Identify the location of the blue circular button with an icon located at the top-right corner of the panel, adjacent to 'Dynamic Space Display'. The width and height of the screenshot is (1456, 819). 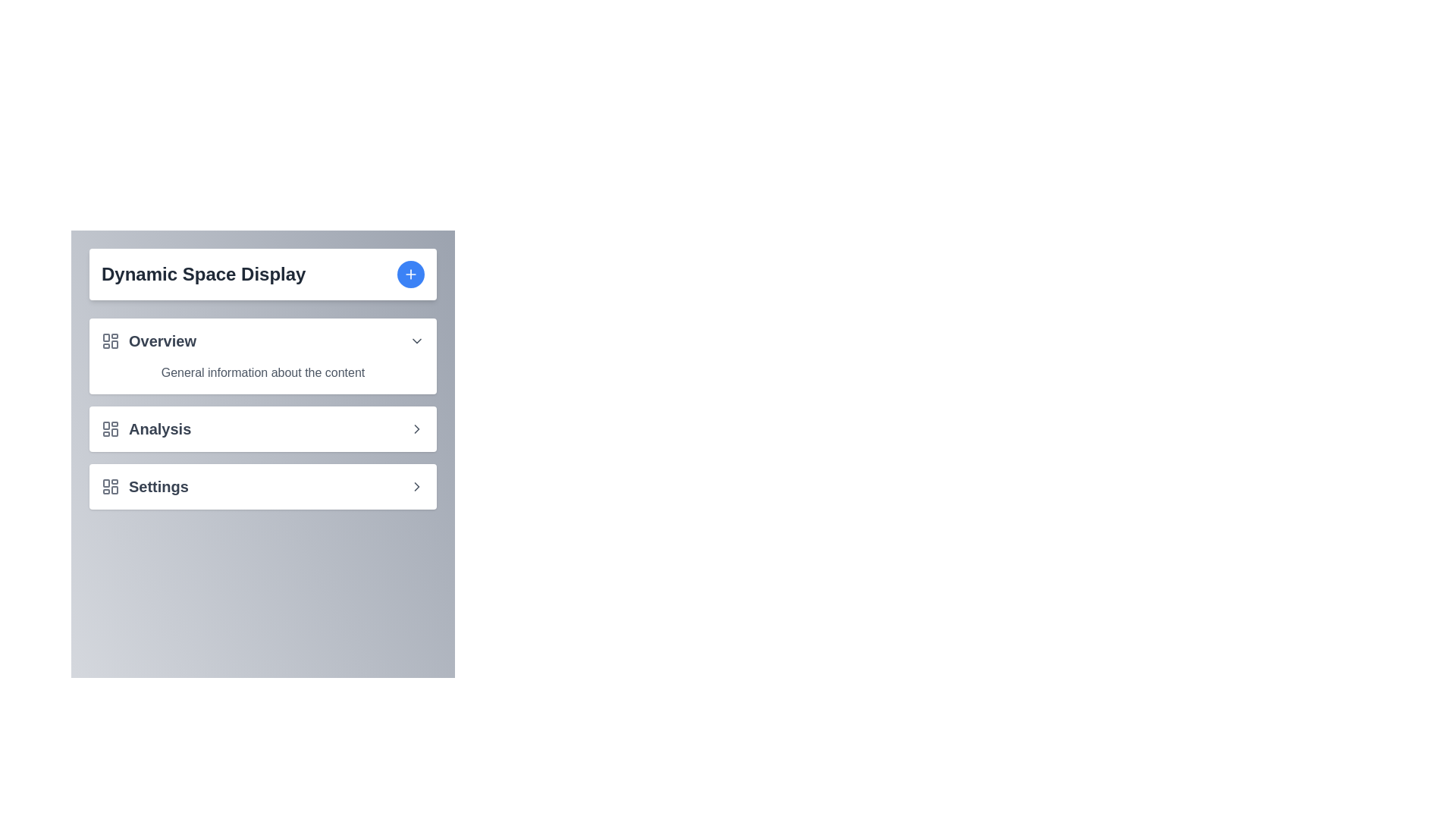
(411, 275).